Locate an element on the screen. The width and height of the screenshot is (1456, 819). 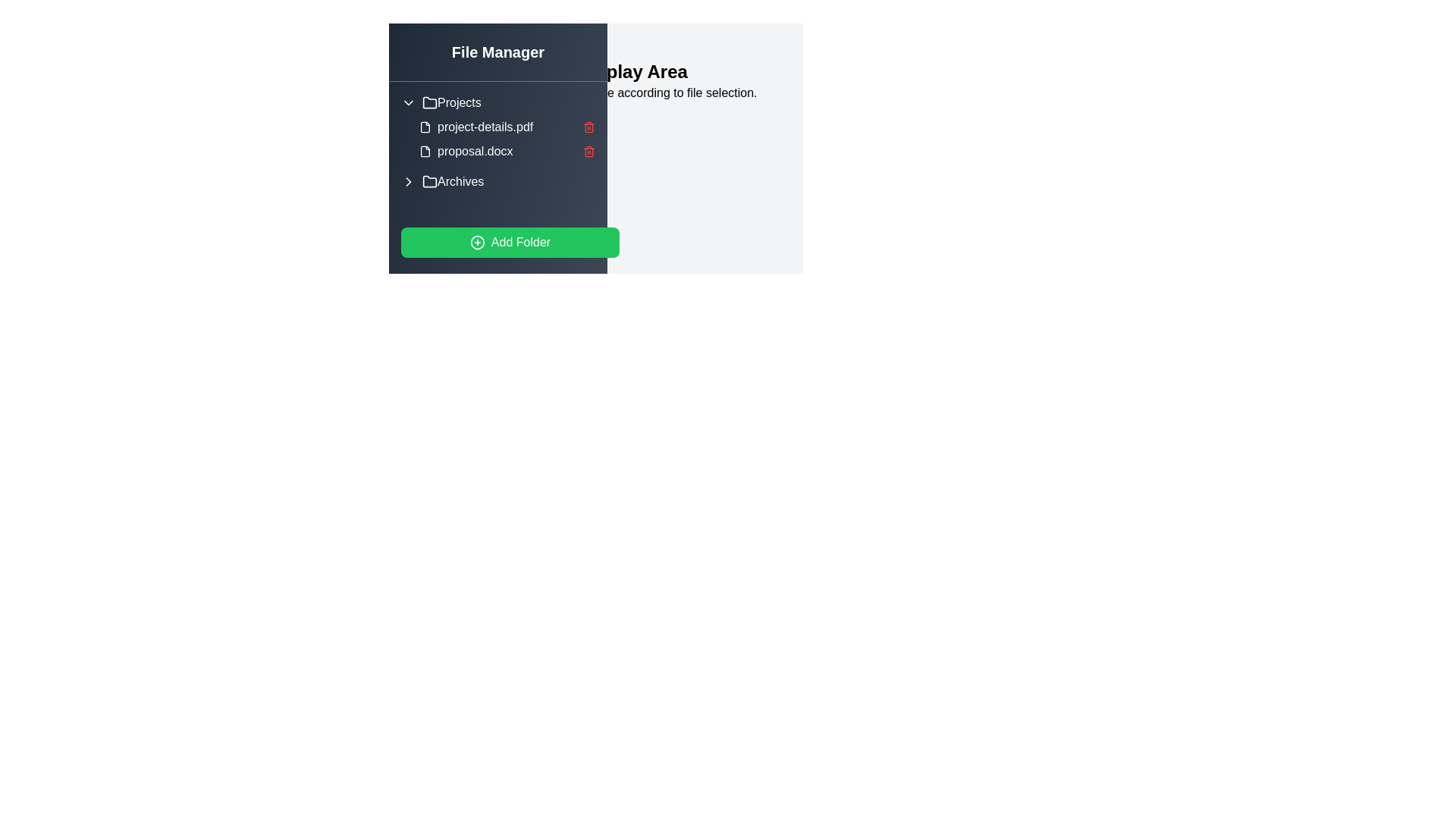
the trash bin icon located to the right of the 'proposal.docx' text under the 'Projects' folder in the file manager interface is located at coordinates (588, 152).